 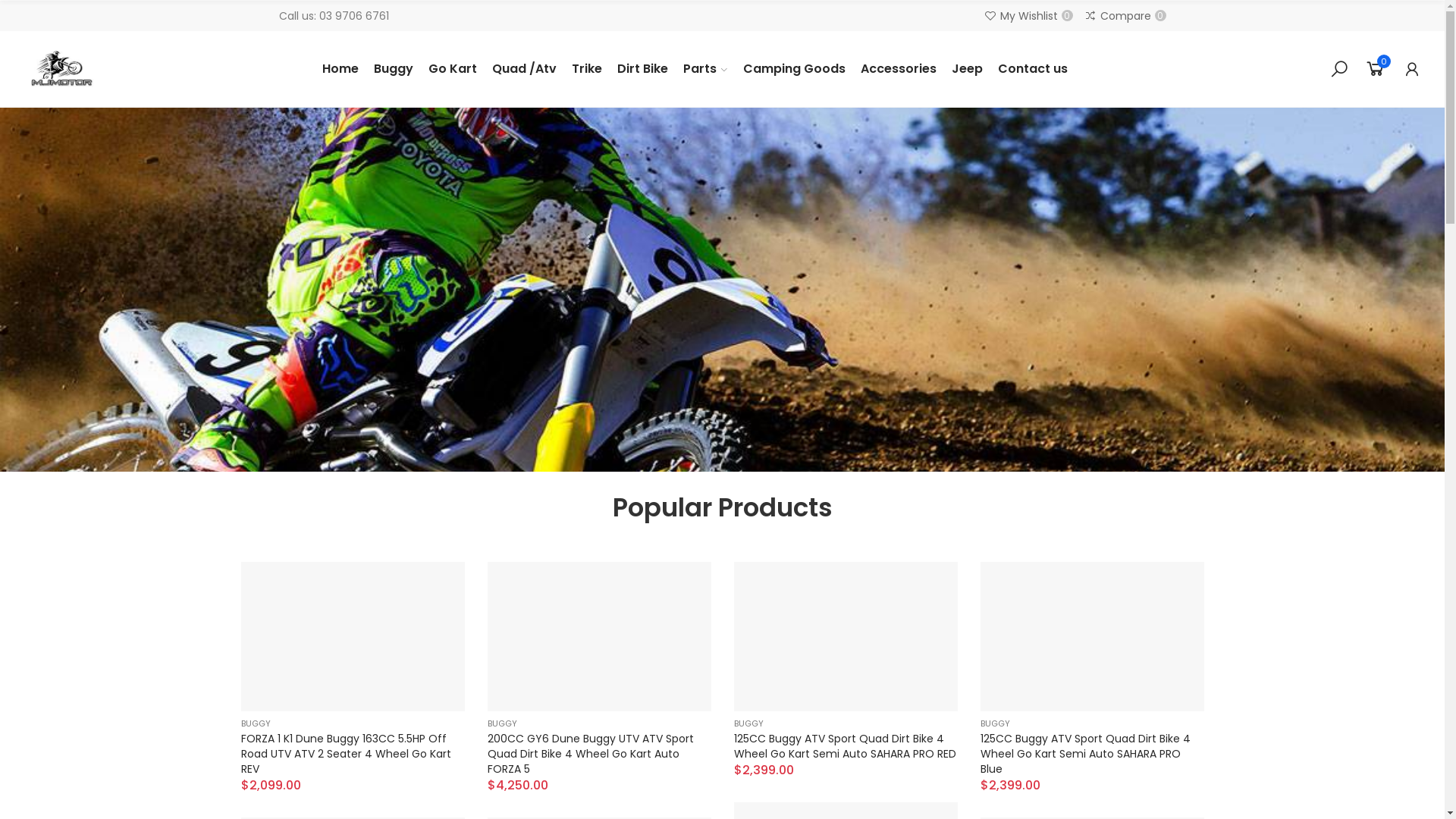 I want to click on 'Dirt Bike', so click(x=642, y=69).